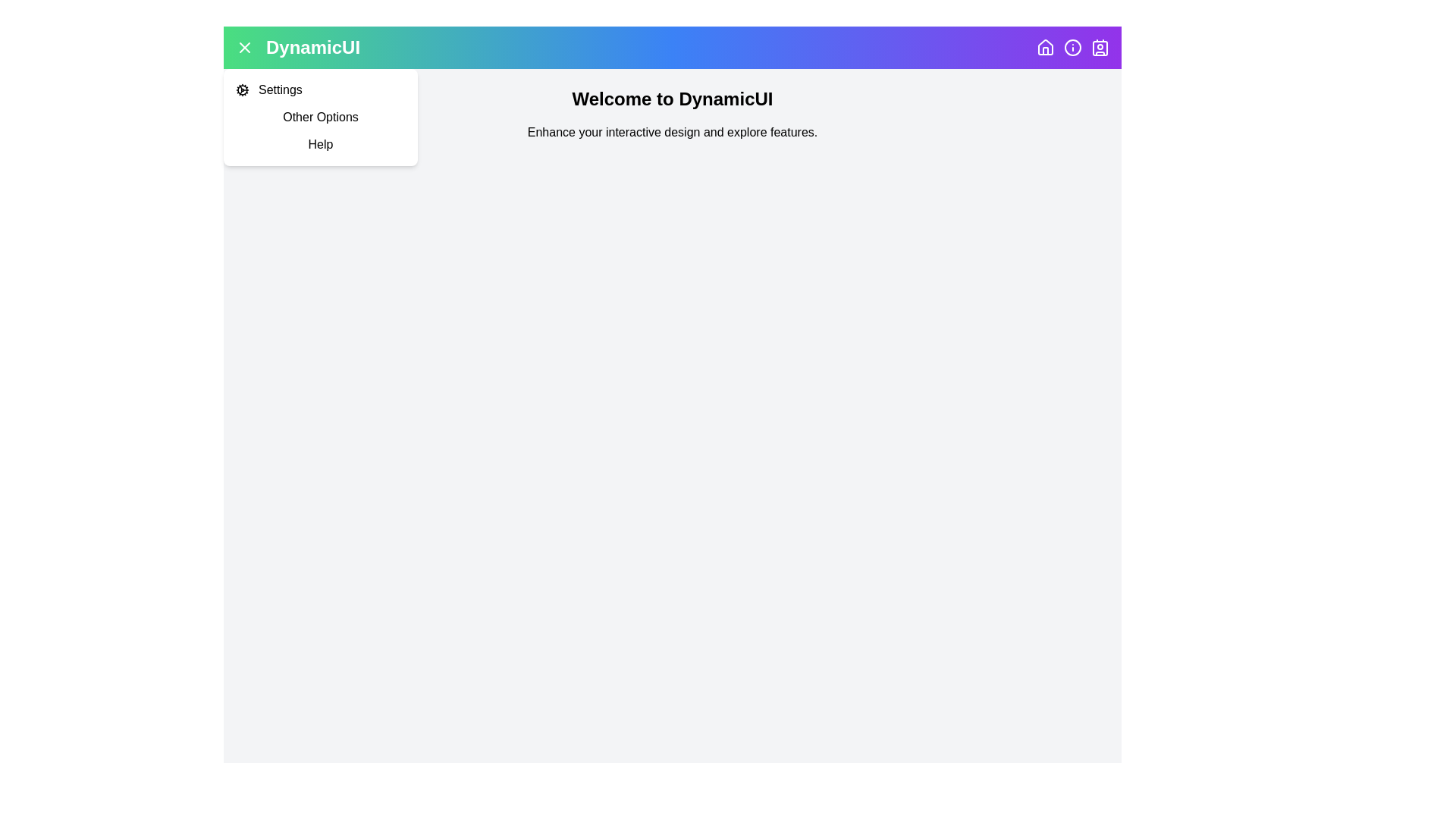 This screenshot has width=1456, height=819. I want to click on the cogwheel icon representing settings, located to the left of the 'Settings' text in the dropdown menu, so click(243, 90).